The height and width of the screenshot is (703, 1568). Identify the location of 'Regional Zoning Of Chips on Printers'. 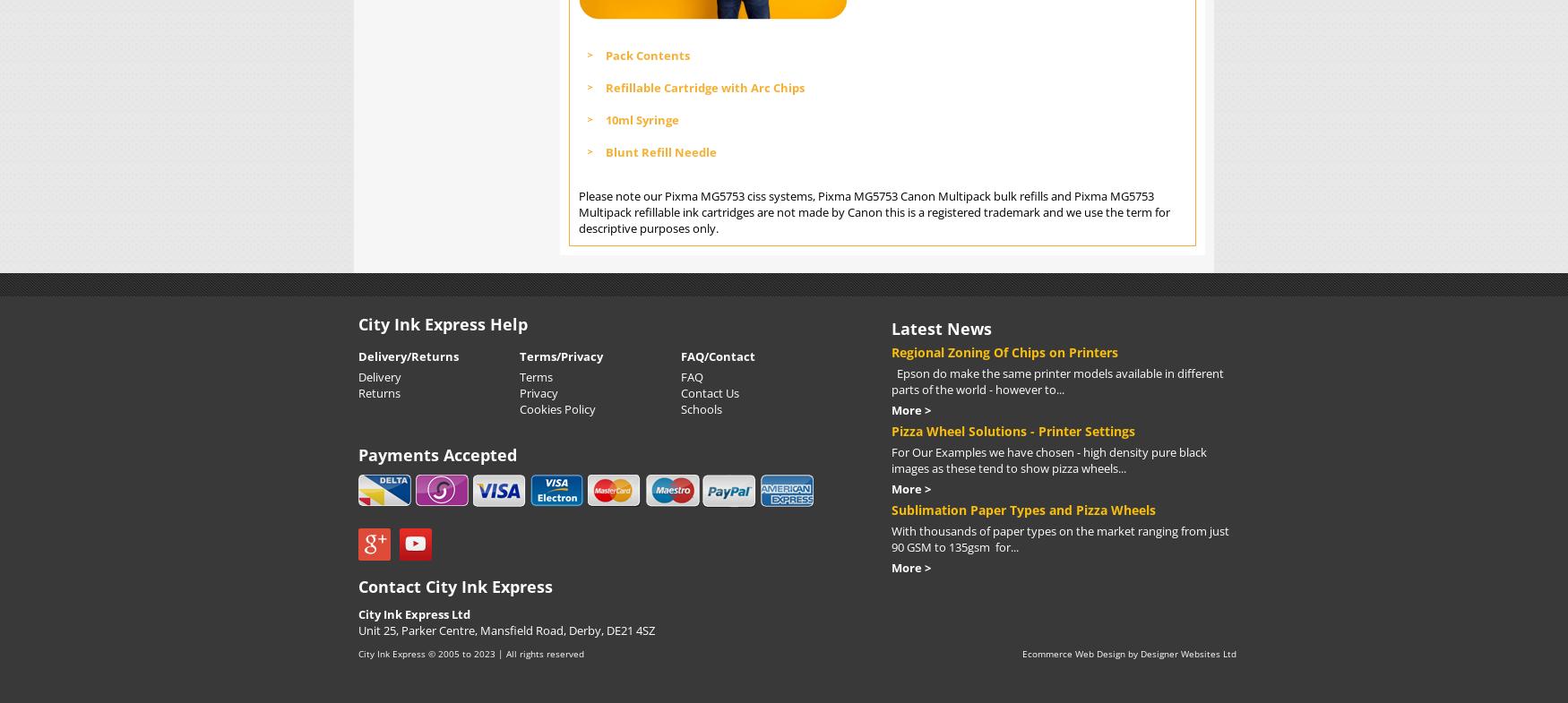
(1004, 350).